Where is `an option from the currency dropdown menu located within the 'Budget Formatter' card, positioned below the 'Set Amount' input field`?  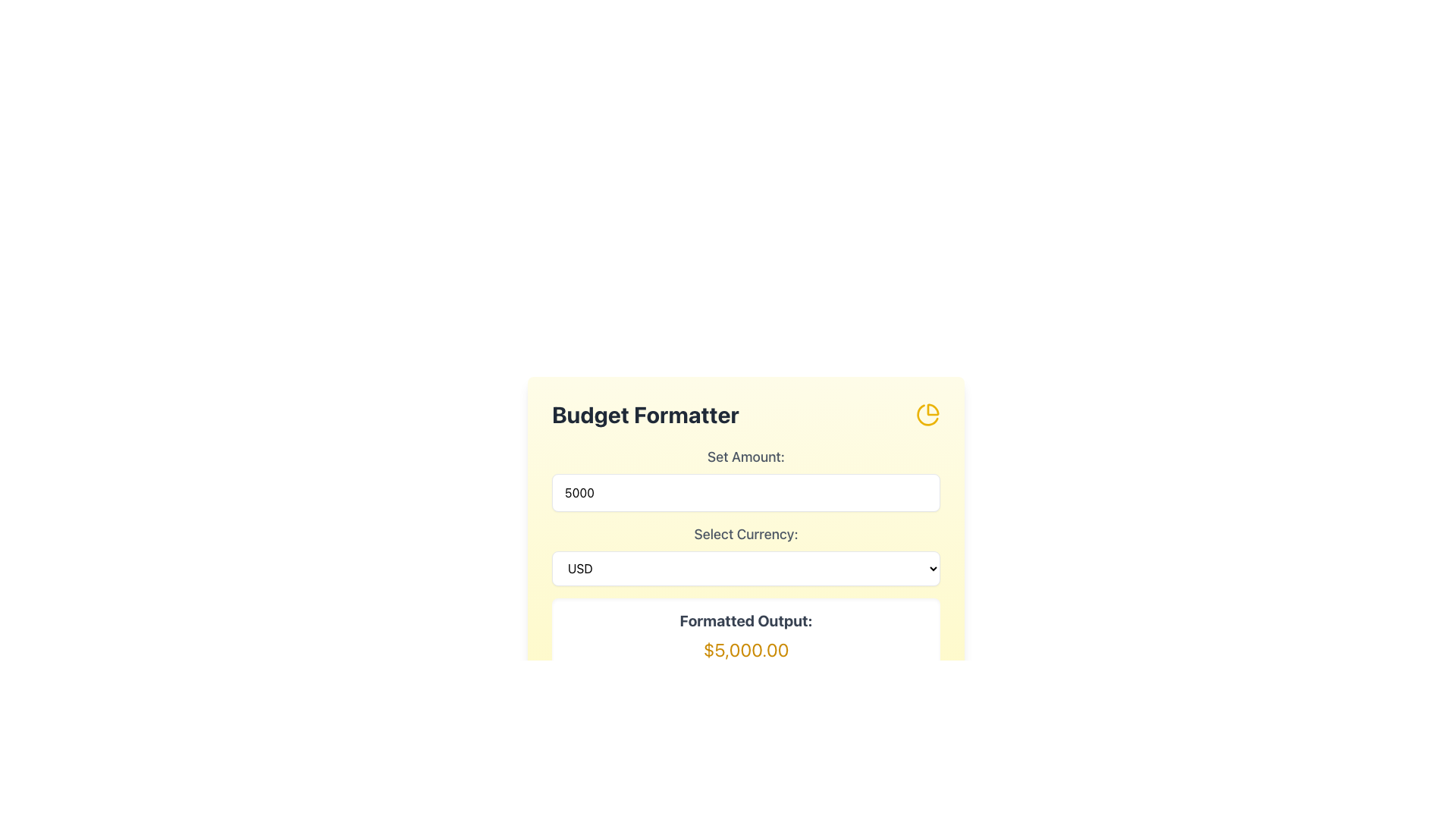 an option from the currency dropdown menu located within the 'Budget Formatter' card, positioned below the 'Set Amount' input field is located at coordinates (745, 555).